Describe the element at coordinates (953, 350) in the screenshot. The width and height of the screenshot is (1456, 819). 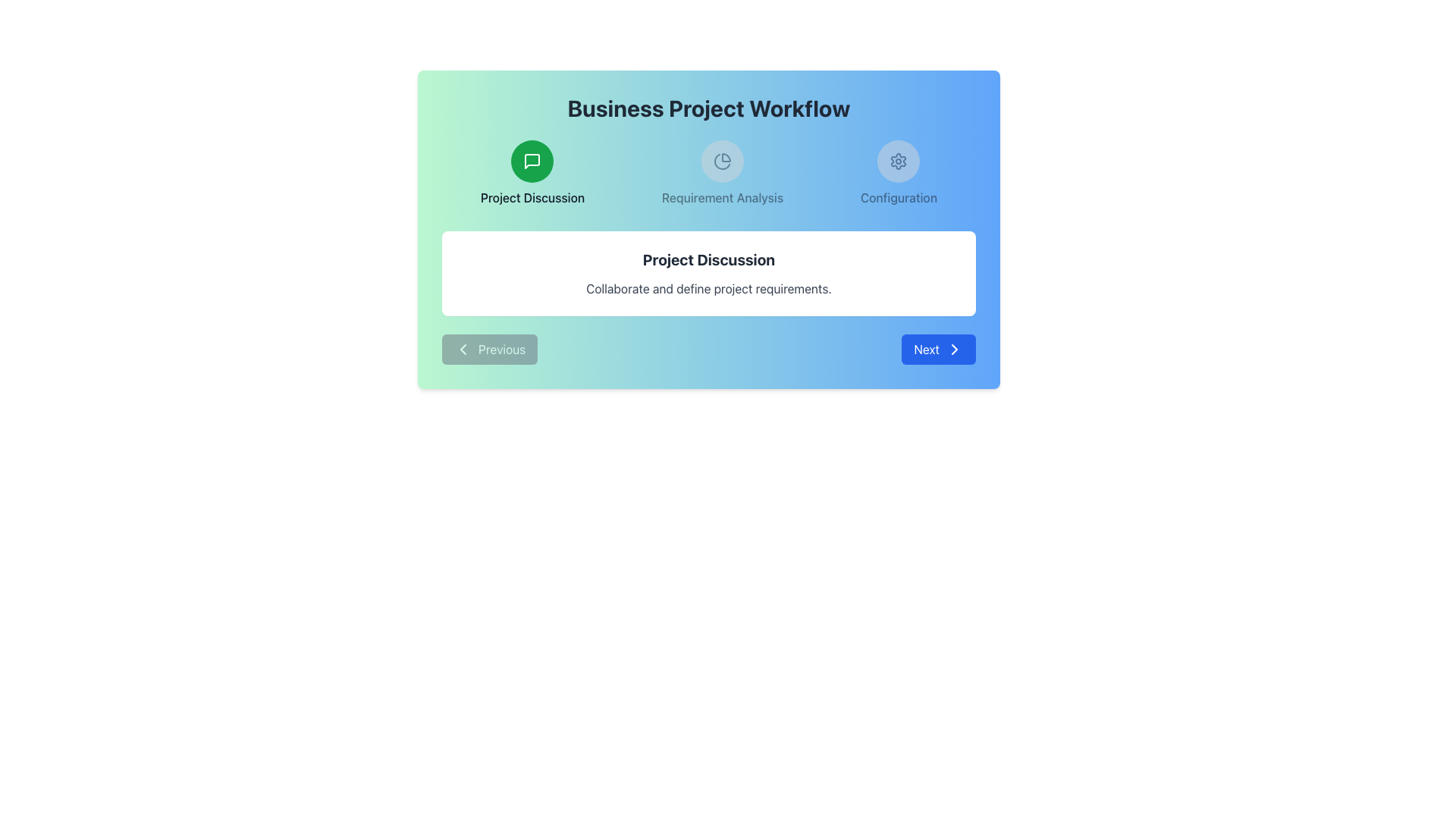
I see `the 'Next' button` at that location.